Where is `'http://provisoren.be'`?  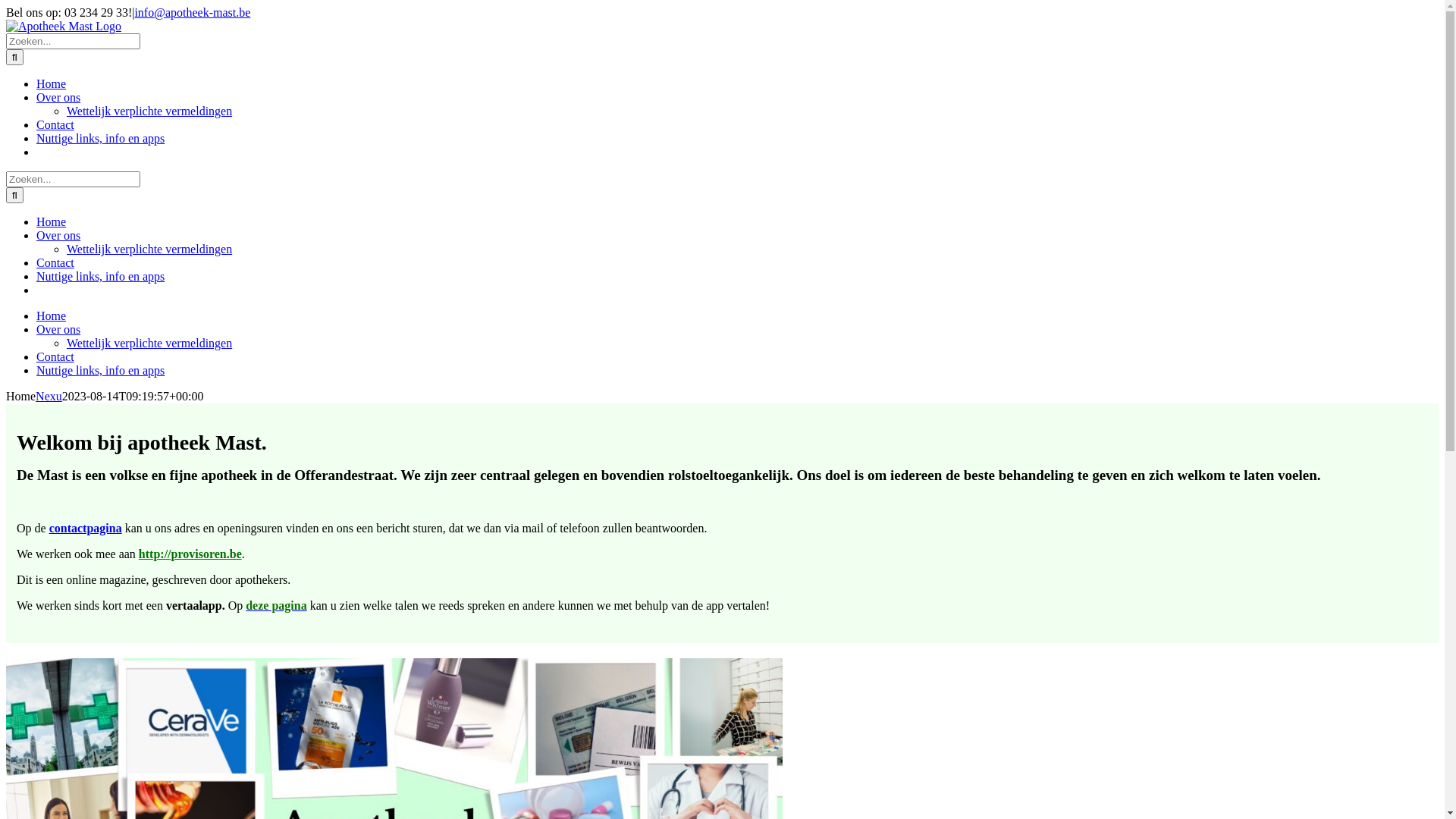 'http://provisoren.be' is located at coordinates (189, 554).